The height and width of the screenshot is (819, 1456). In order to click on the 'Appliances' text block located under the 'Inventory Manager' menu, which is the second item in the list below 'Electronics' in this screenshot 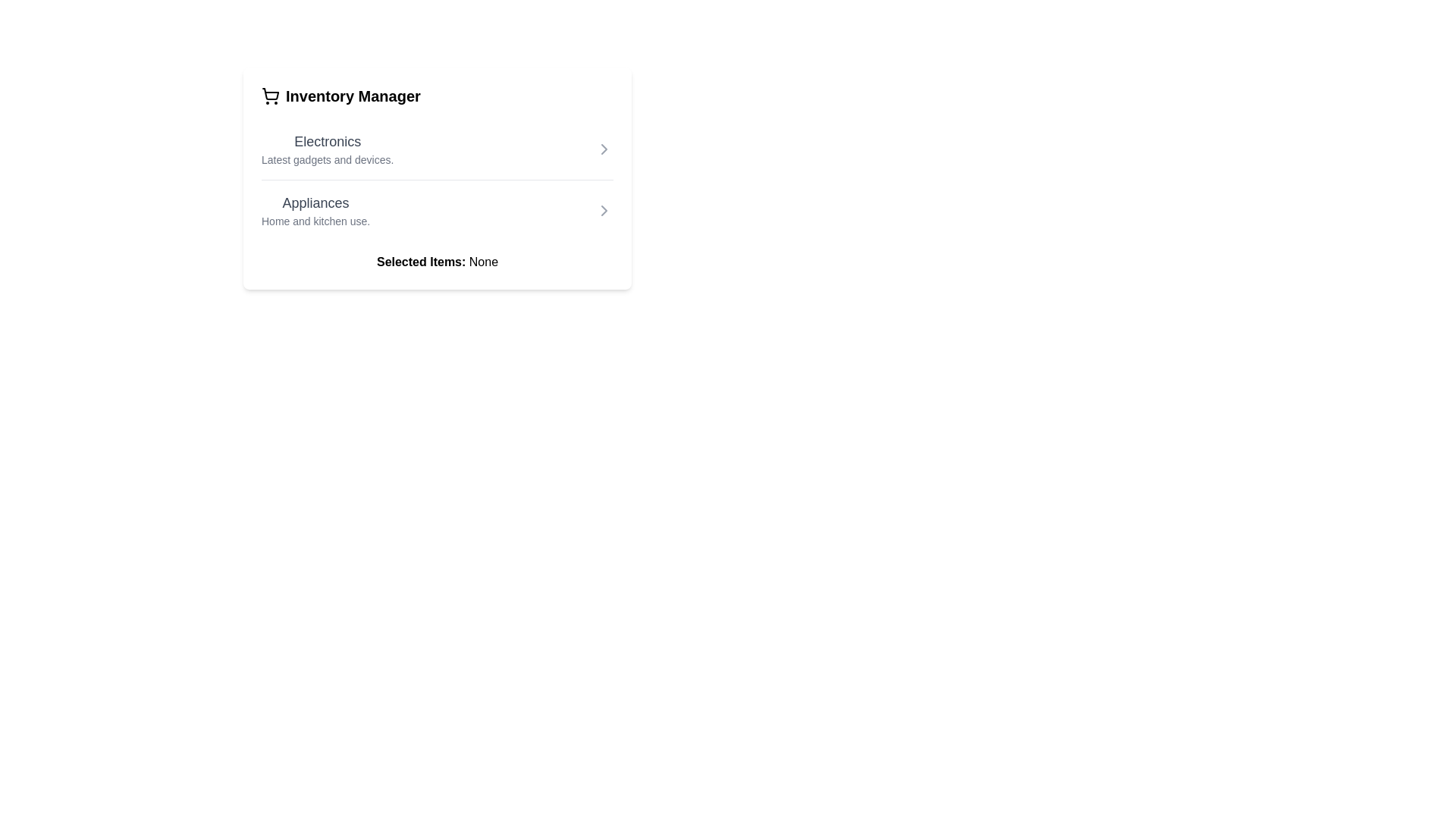, I will do `click(315, 210)`.